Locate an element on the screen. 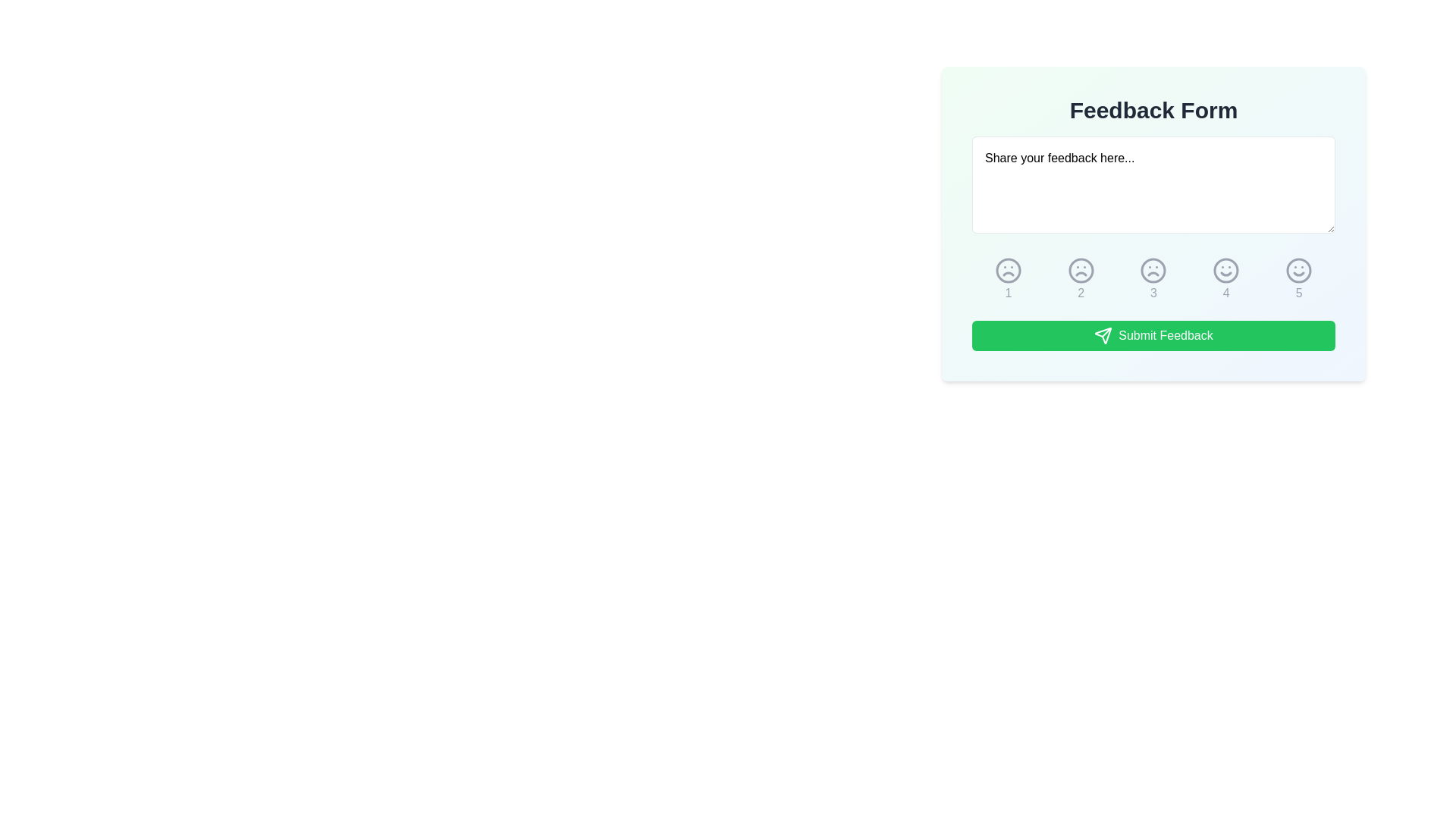  the icon located to the immediate left of the 'Submit Feedback' button, which signifies sending or submitting an action is located at coordinates (1103, 335).